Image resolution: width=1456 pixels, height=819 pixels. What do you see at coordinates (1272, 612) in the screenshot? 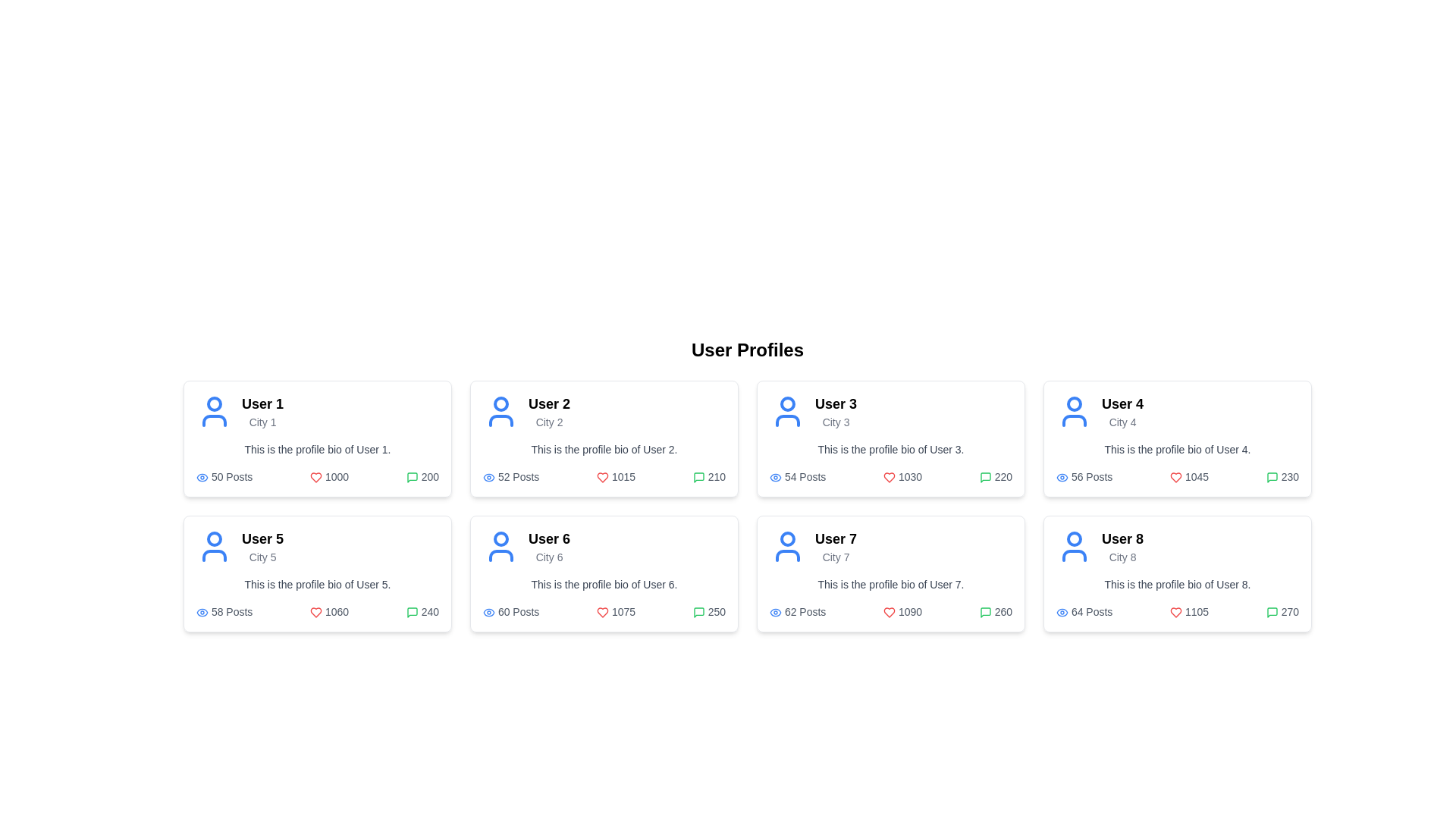
I see `the messaging or commenting icon located at the bottom right corner of the user profile card labeled 'User 8'` at bounding box center [1272, 612].